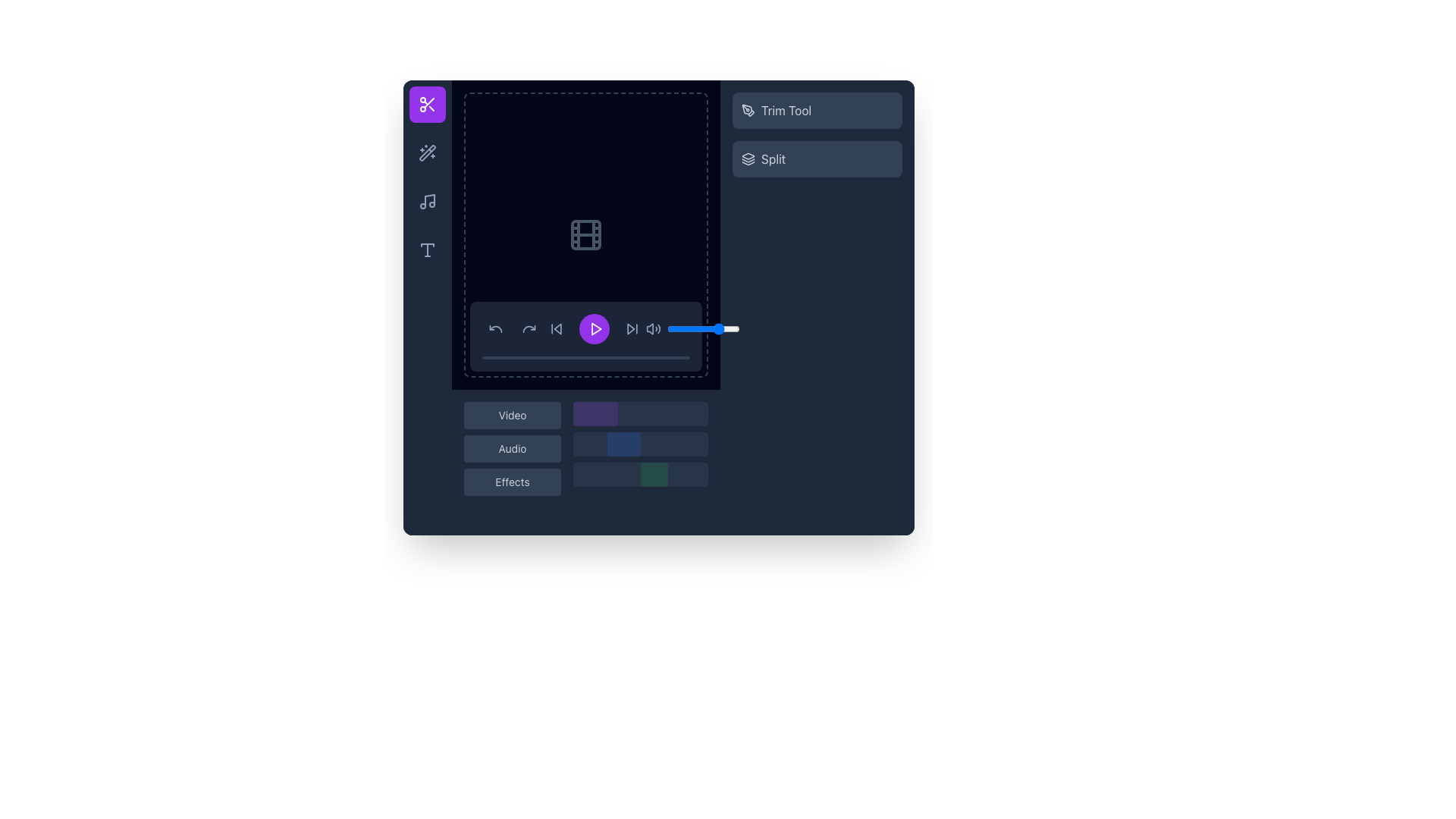 The image size is (1456, 819). Describe the element at coordinates (585, 357) in the screenshot. I see `the animation of the progress bar located at the bottom of the control panel, which provides visual indications of progress updates during media playback` at that location.